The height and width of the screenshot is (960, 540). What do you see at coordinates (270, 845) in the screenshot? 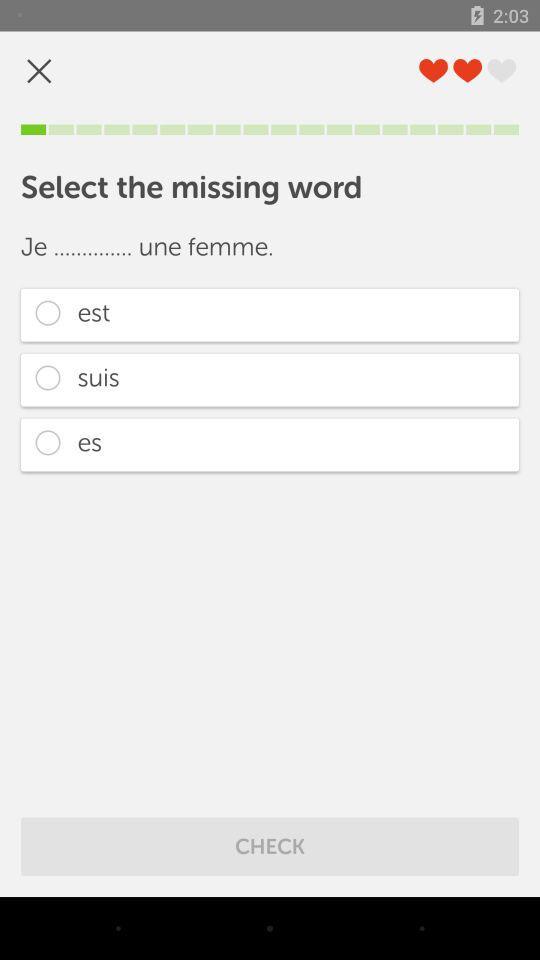
I see `check` at bounding box center [270, 845].